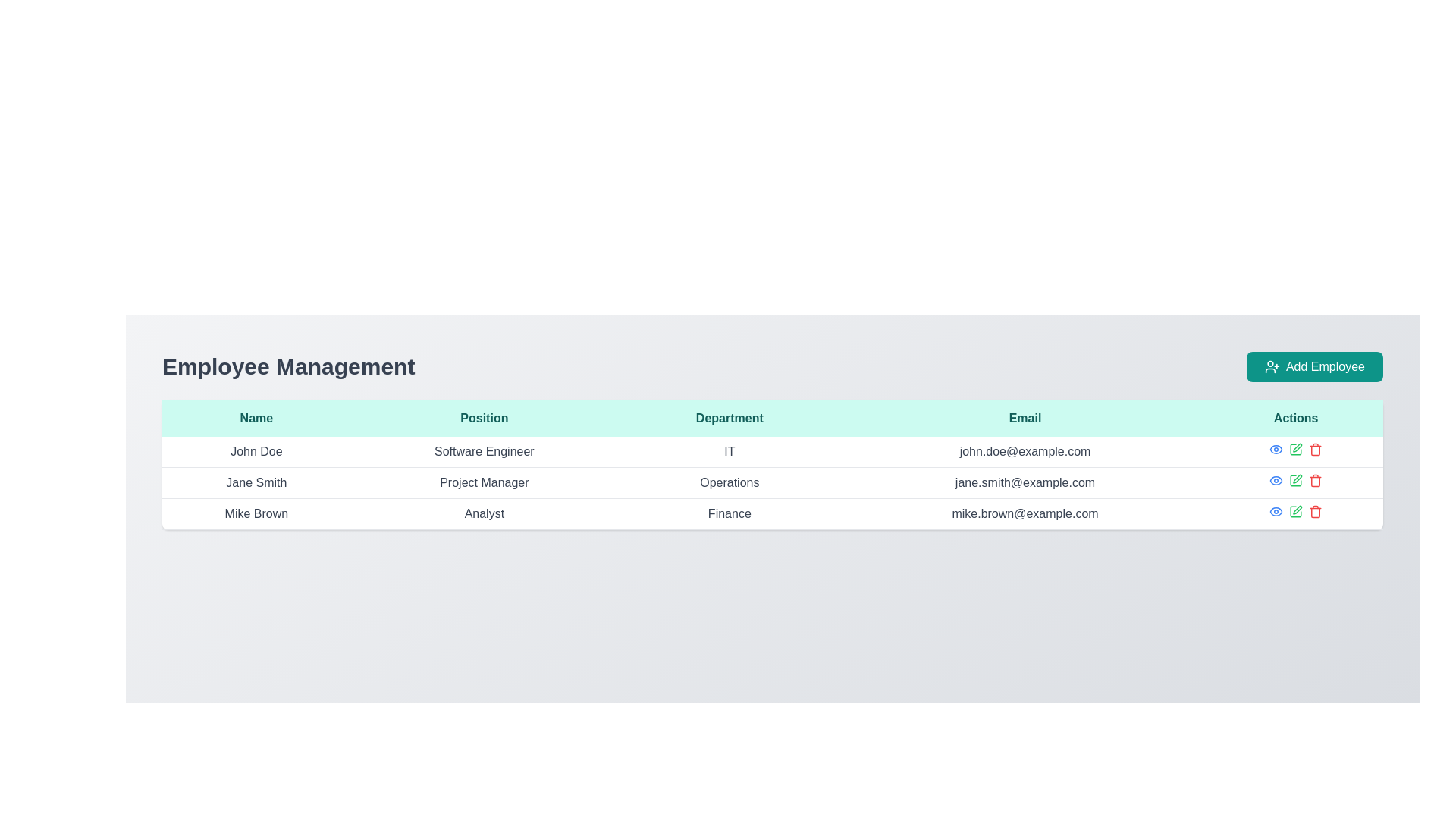 The height and width of the screenshot is (819, 1456). Describe the element at coordinates (730, 418) in the screenshot. I see `the 'Department' column header text label, which is the third header in the table header row` at that location.